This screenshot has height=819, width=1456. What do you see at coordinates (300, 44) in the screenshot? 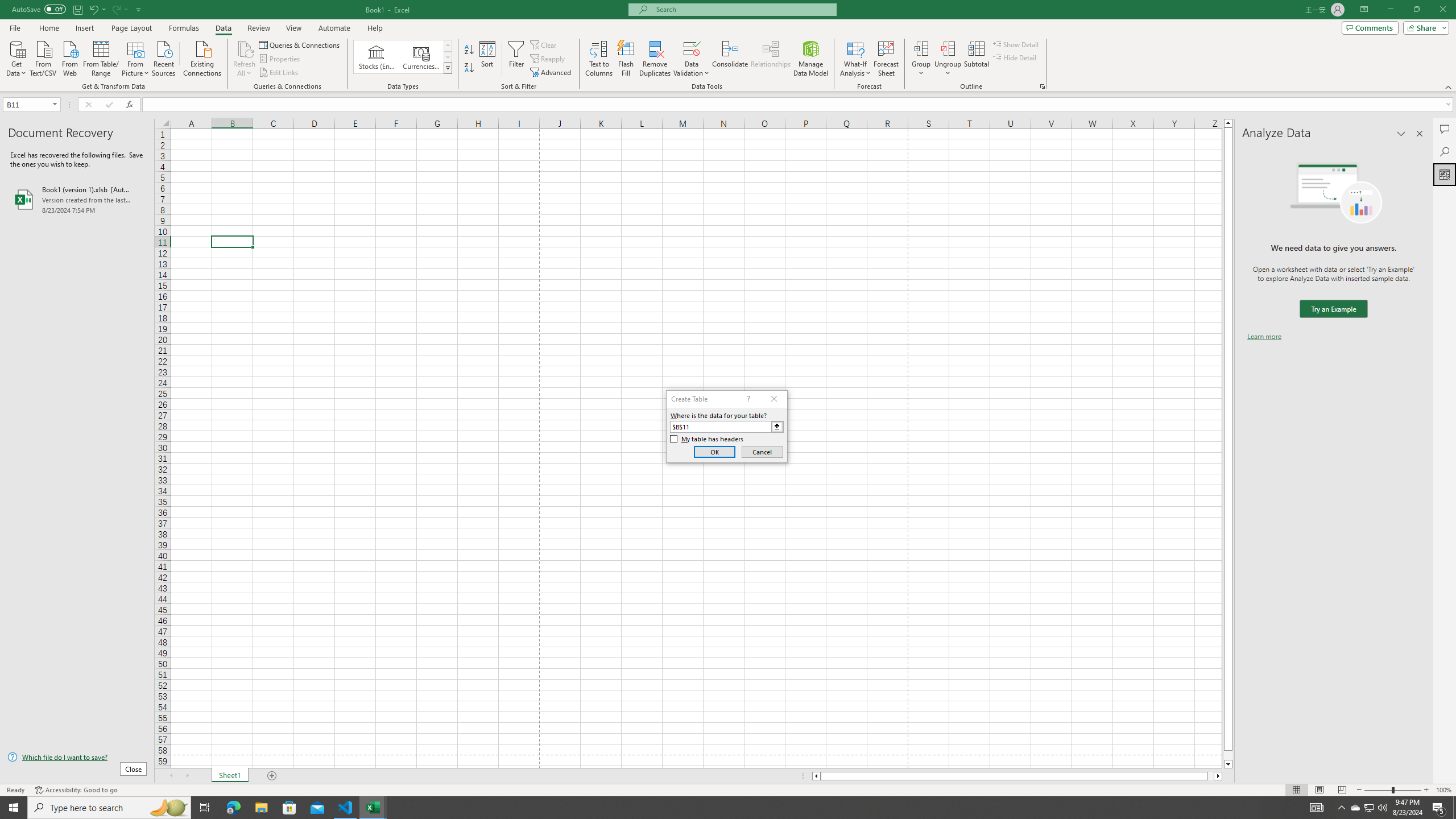
I see `'Queries & Connections'` at bounding box center [300, 44].